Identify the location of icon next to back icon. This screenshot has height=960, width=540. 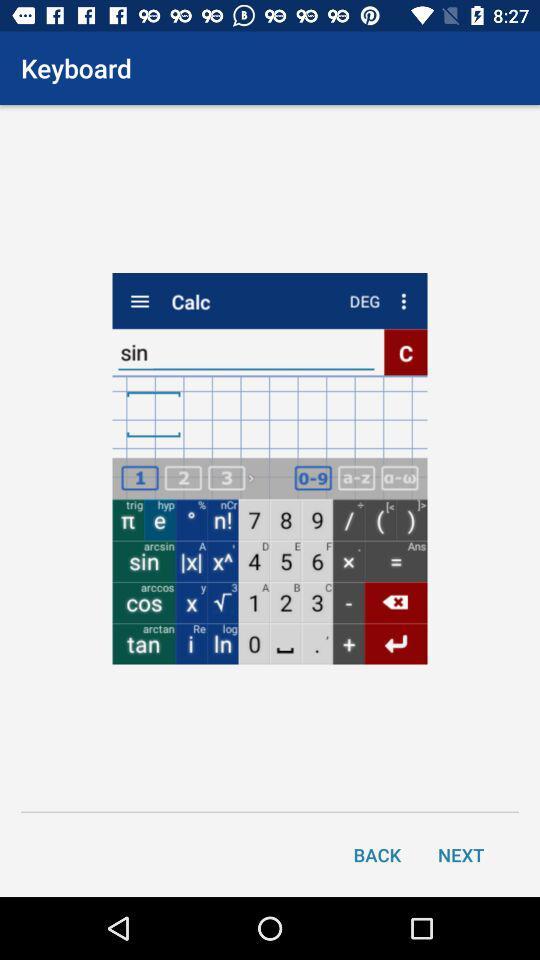
(461, 853).